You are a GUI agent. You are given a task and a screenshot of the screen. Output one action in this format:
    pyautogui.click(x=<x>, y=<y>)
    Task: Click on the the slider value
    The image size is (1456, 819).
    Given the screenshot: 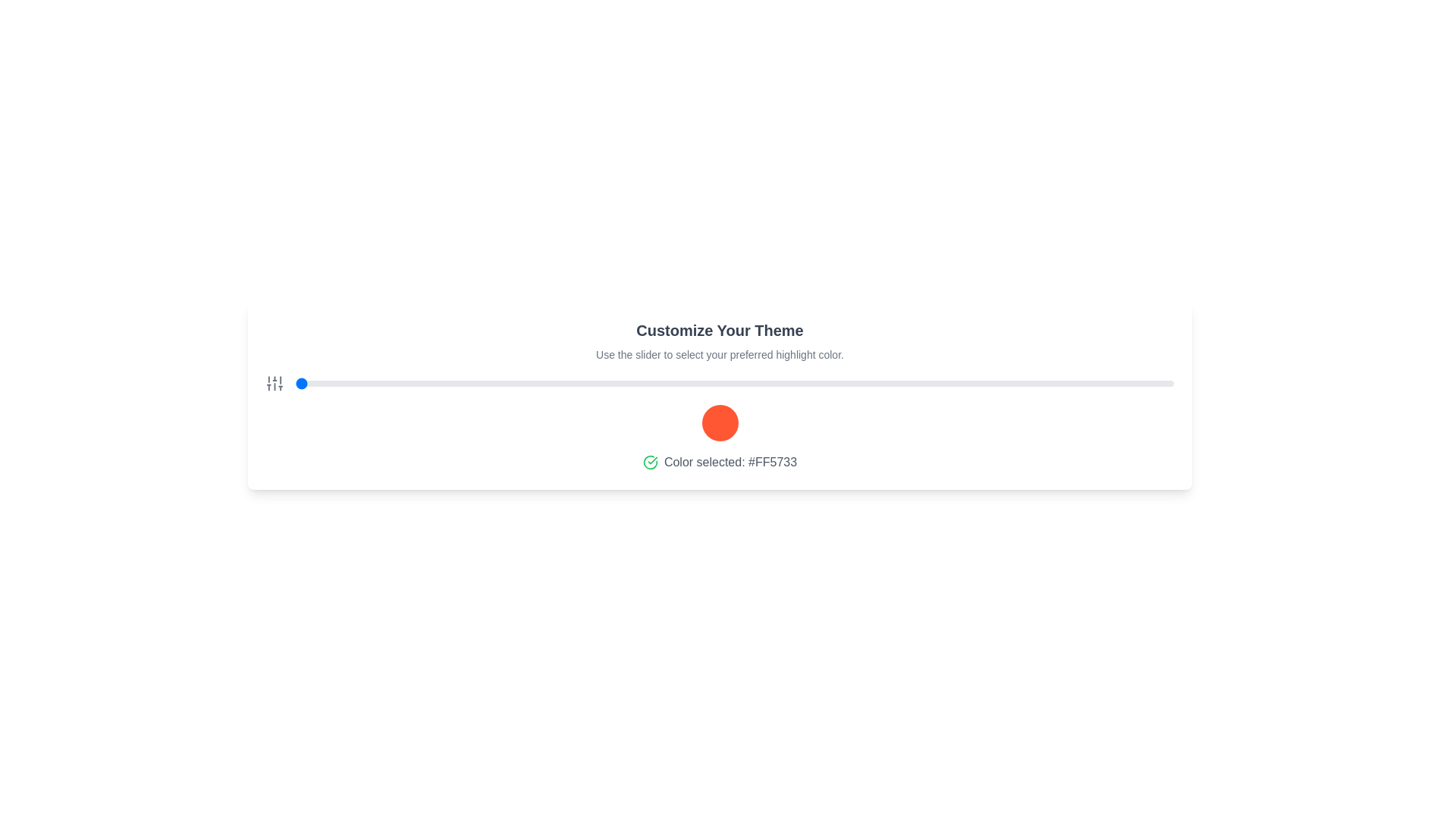 What is the action you would take?
    pyautogui.click(x=341, y=382)
    